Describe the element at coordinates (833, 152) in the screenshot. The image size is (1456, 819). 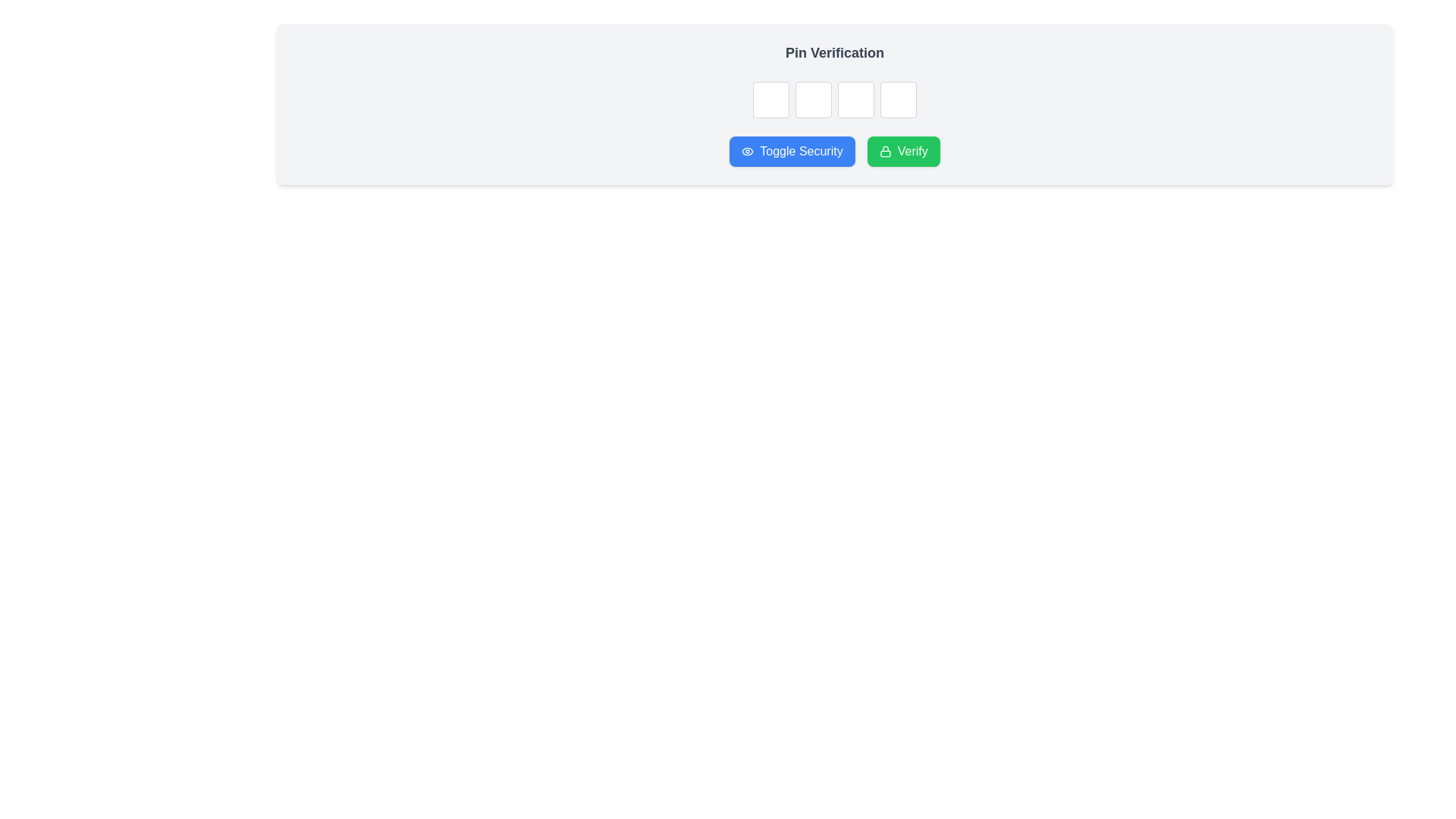
I see `the button labeled 'Toggle Security' which has a blue background and white text for additional visual feedback` at that location.